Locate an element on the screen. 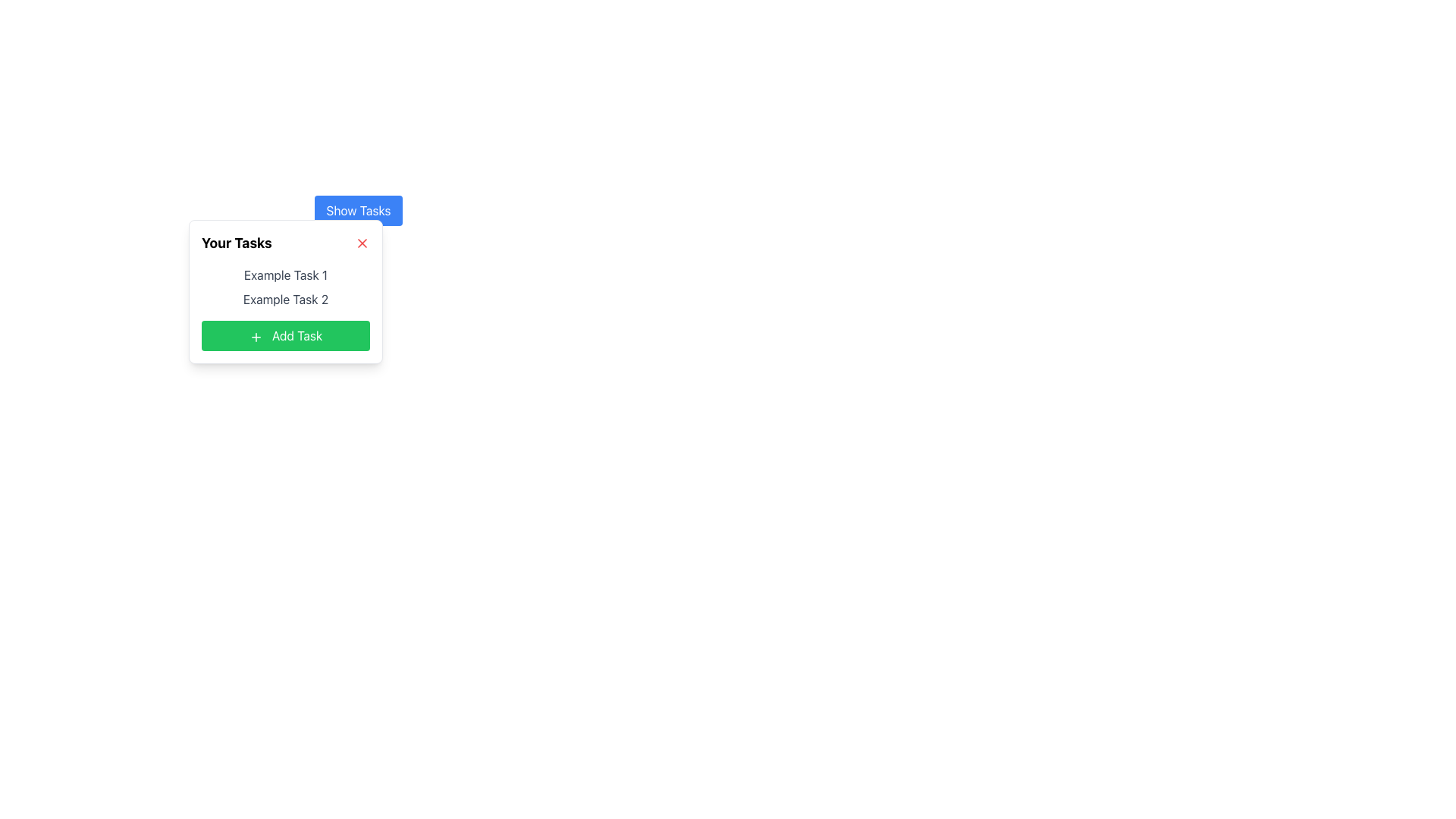  the small red 'X' Close button icon located at the top-right corner of the task management panel is located at coordinates (362, 242).